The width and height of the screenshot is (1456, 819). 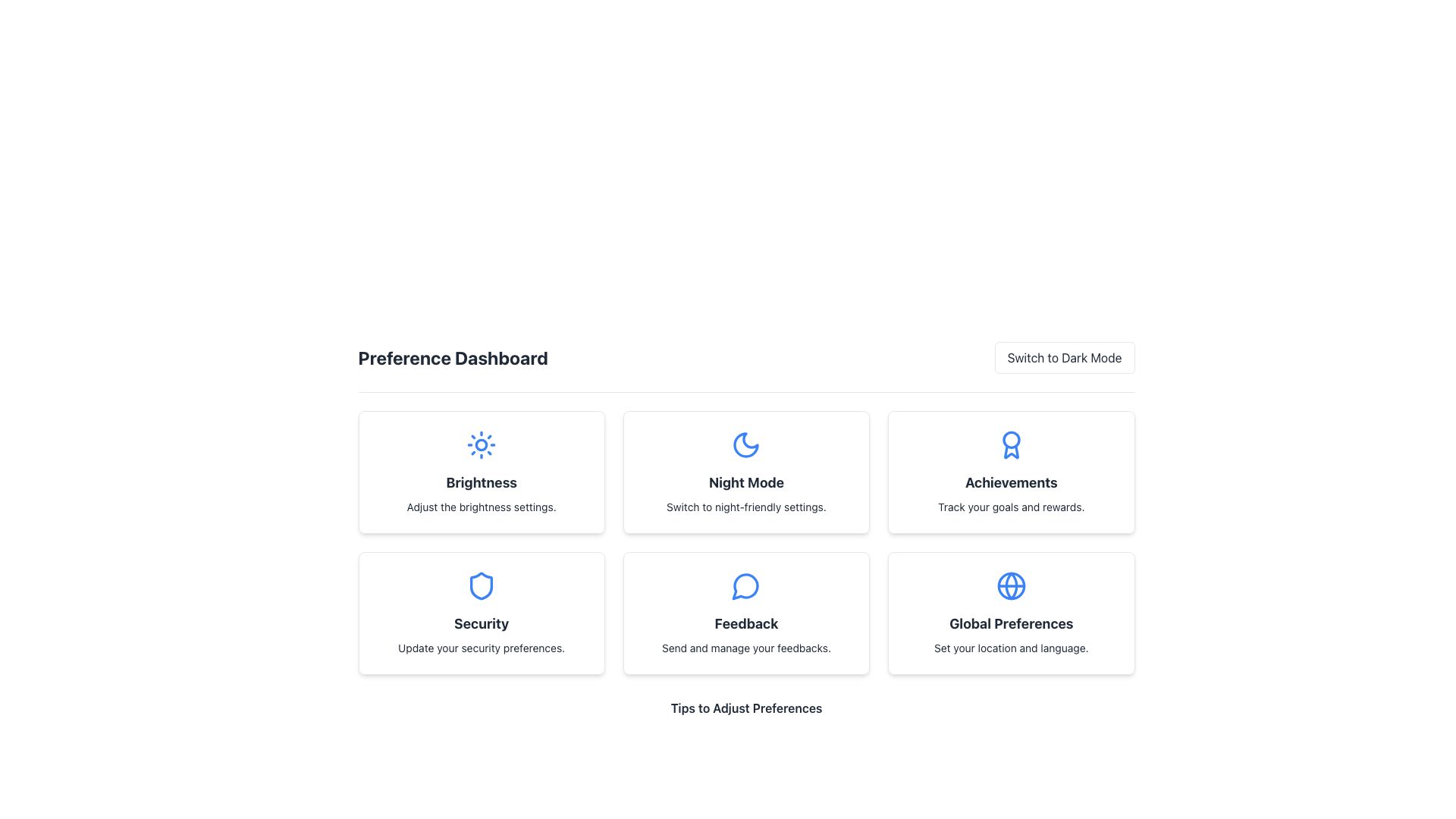 What do you see at coordinates (746, 623) in the screenshot?
I see `the text label that reads 'Feedback', which is styled with a bold and large font and is centrally positioned within the 'Feedback' card on the dashboard` at bounding box center [746, 623].